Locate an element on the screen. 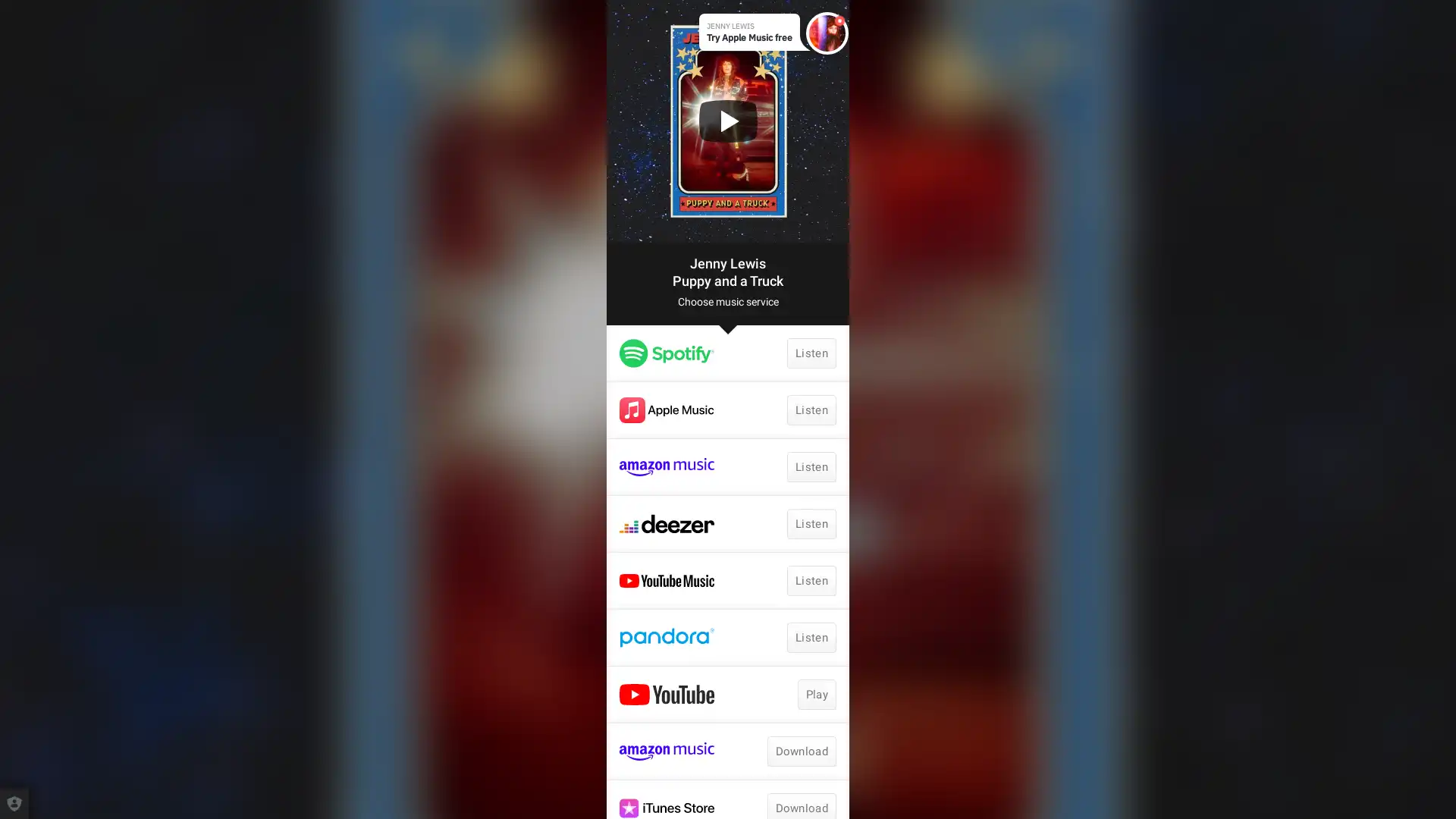  Play is located at coordinates (815, 694).